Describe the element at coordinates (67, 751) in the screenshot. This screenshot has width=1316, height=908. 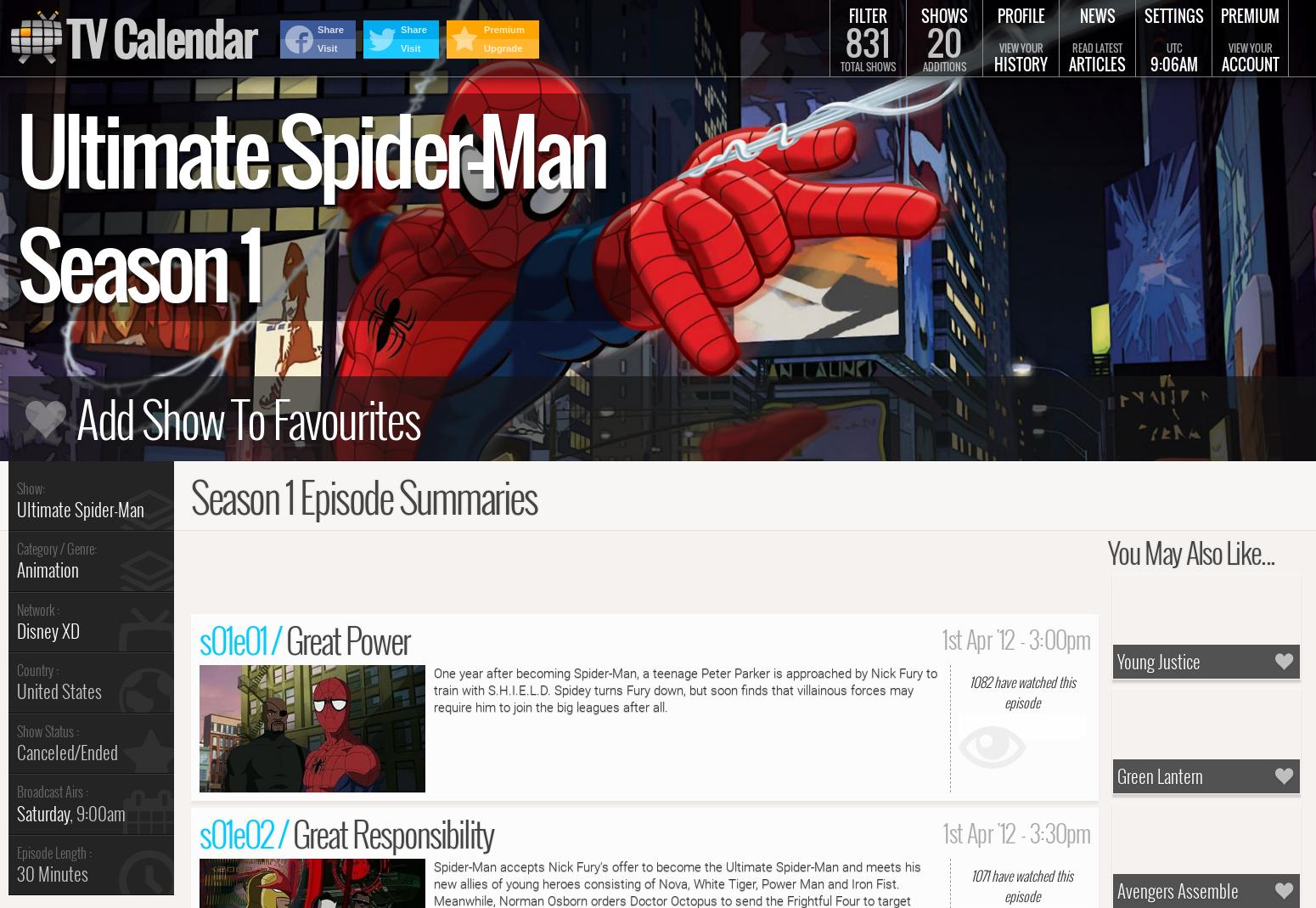
I see `'Canceled/Ended'` at that location.